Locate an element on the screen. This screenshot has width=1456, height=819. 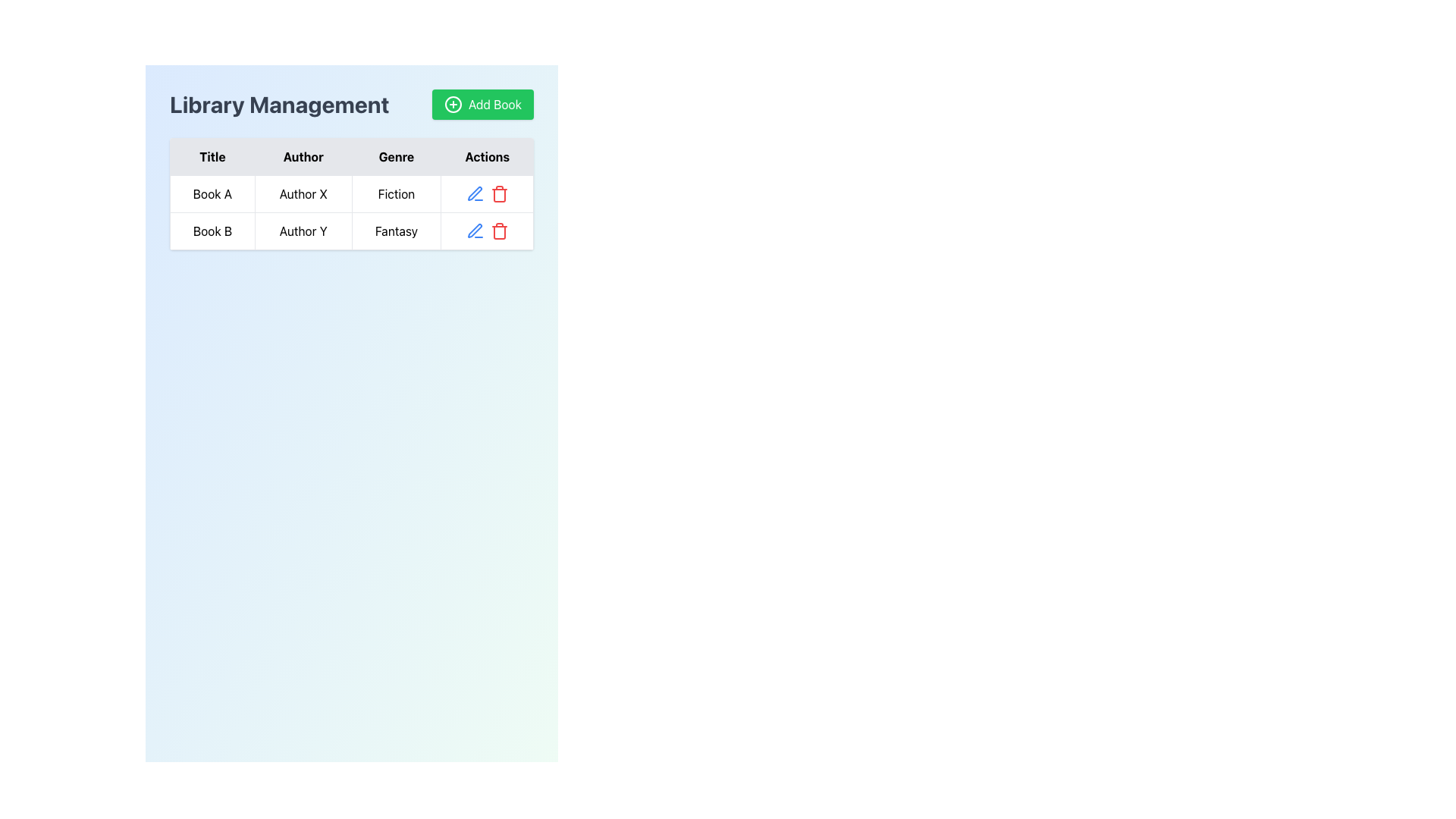
the text label displaying the genre 'Fantasy' in the Genre column of the data table, aligned with 'Book B' and 'Author Y' is located at coordinates (397, 231).